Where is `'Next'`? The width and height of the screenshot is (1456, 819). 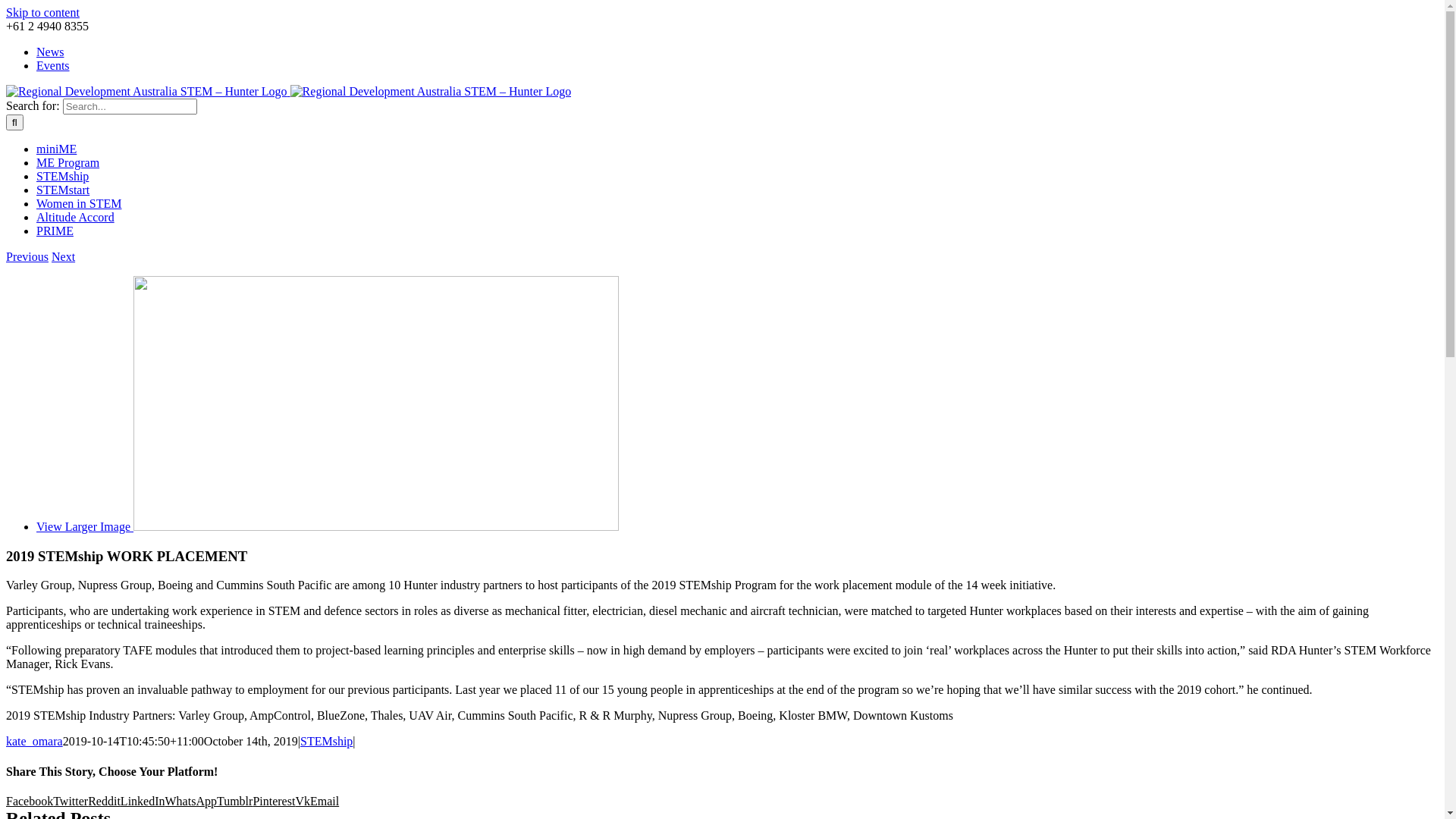 'Next' is located at coordinates (62, 256).